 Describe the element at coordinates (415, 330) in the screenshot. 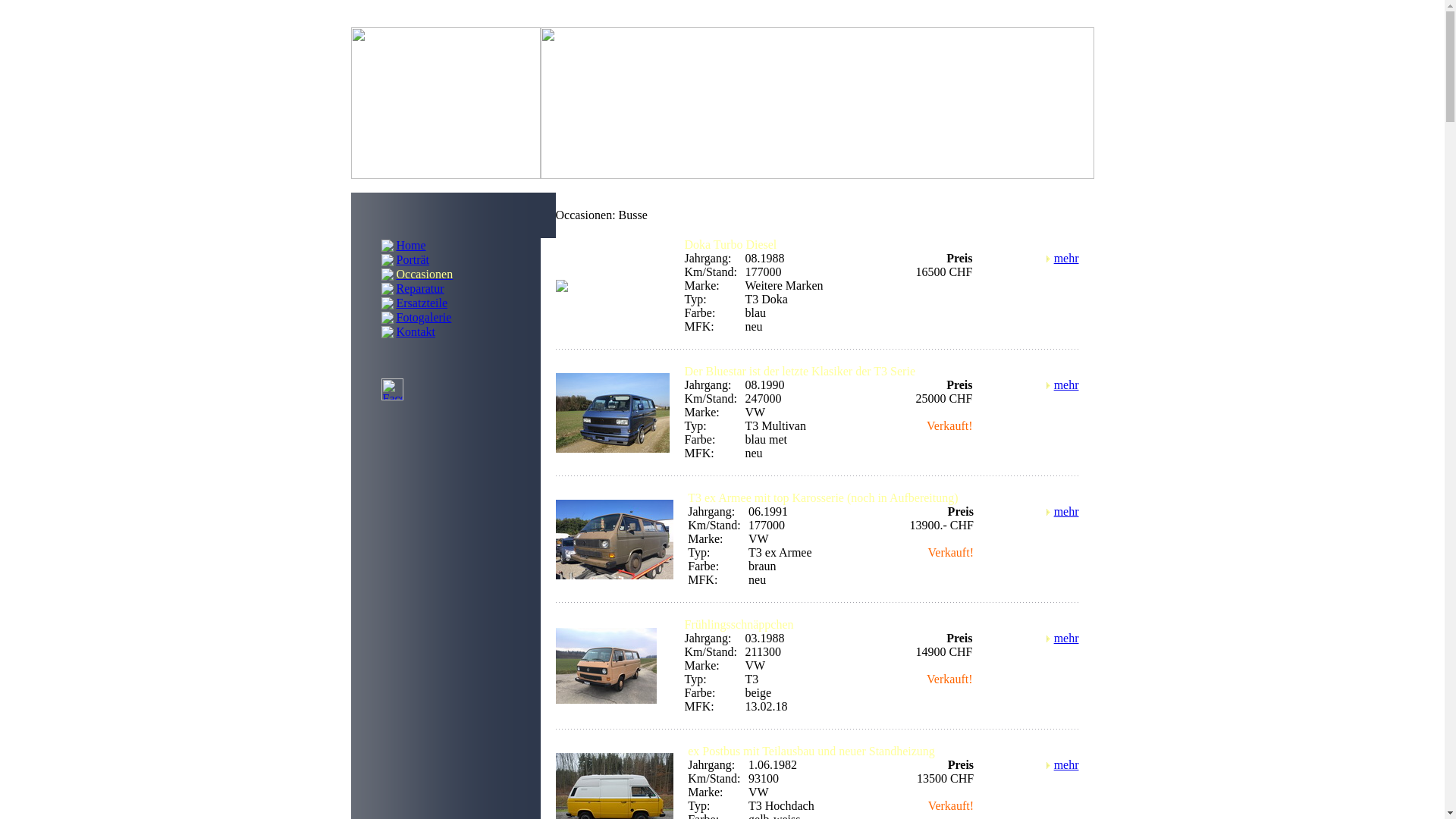

I see `'Kontakt'` at that location.